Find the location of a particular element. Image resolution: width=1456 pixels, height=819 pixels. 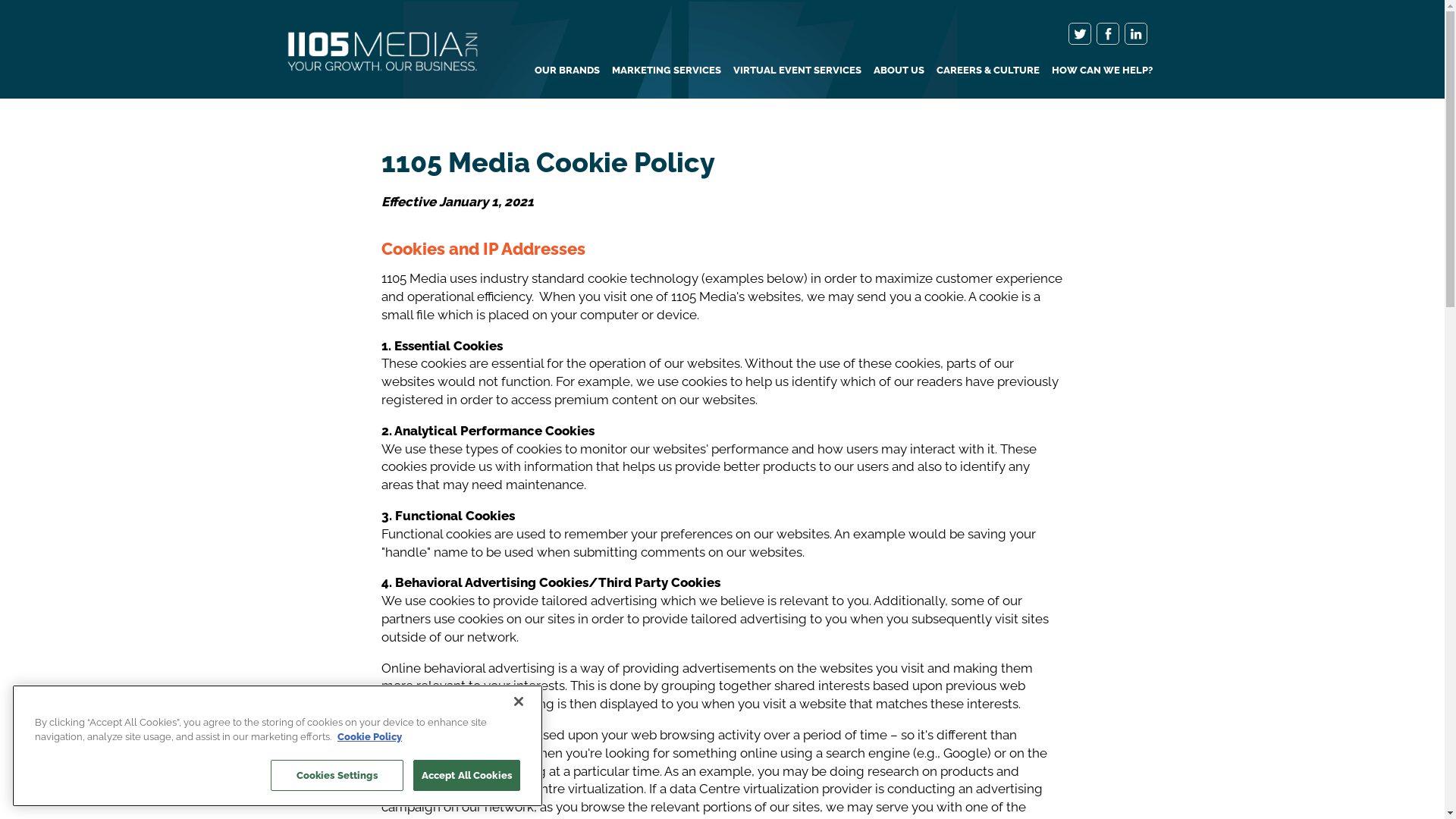

'OUR BRANDS' is located at coordinates (566, 70).